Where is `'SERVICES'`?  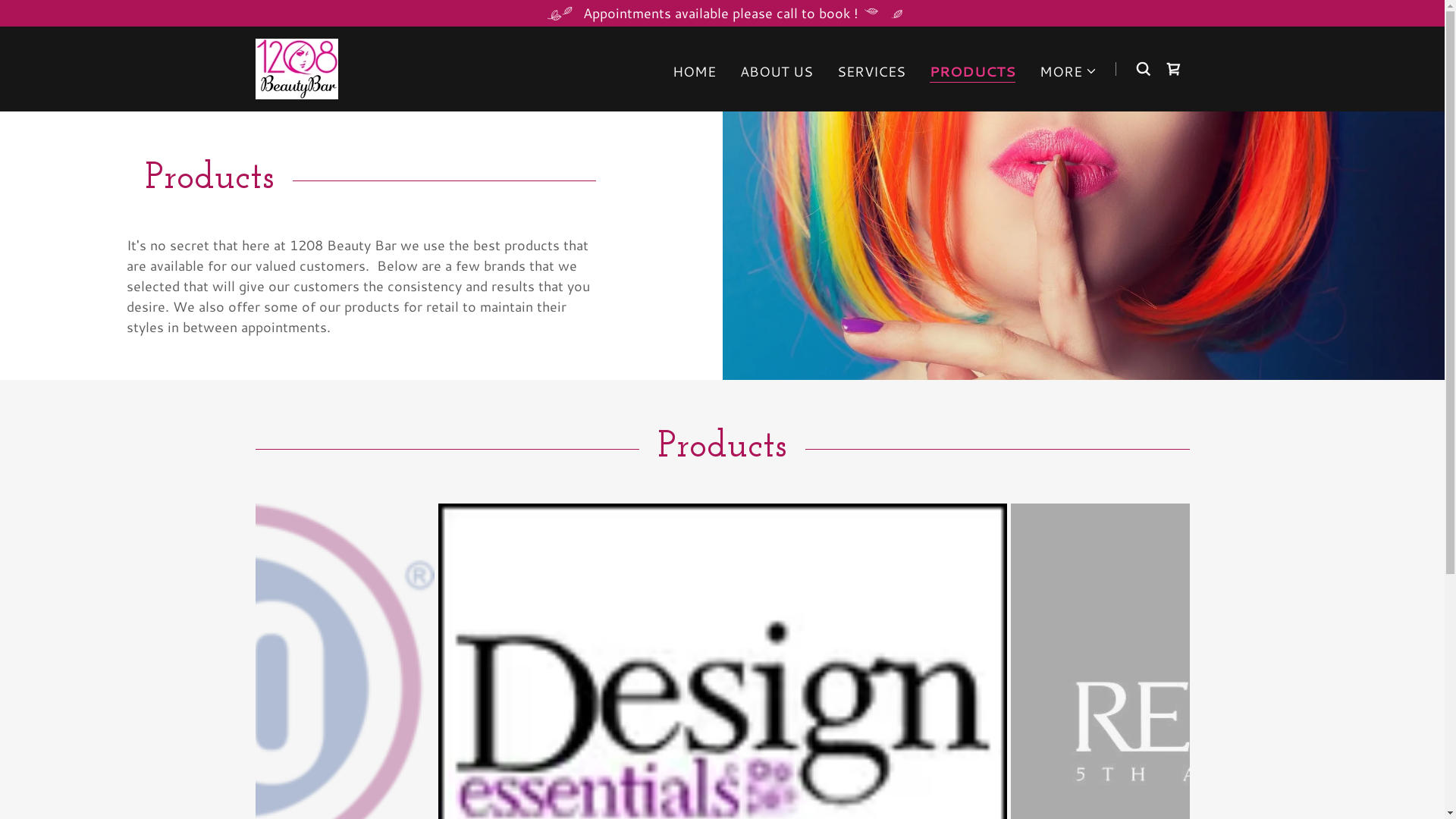 'SERVICES' is located at coordinates (871, 71).